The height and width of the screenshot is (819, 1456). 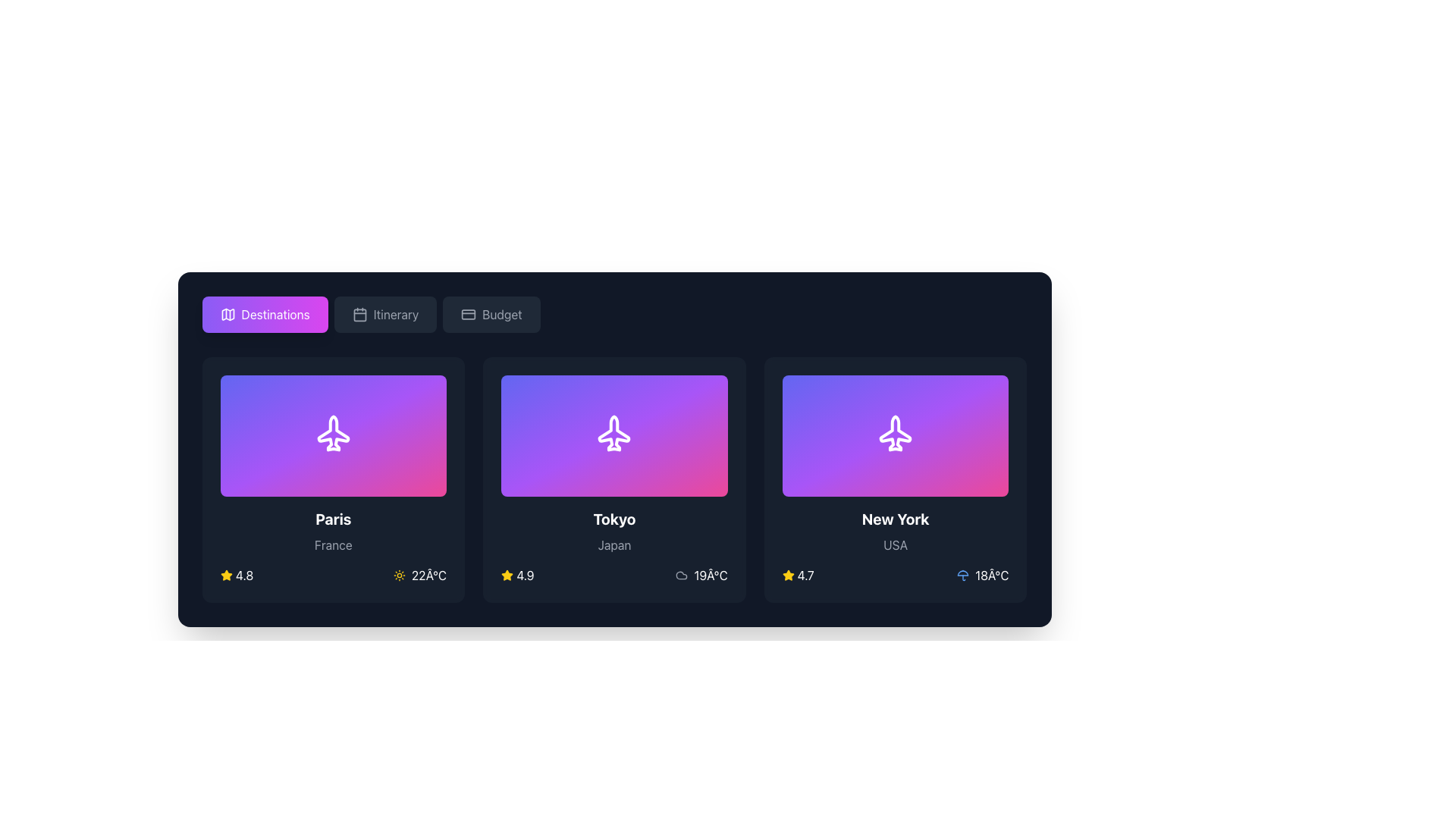 I want to click on the text label displaying 'New York' in bold white font, which is prominently positioned in the third card of a grid layout, so click(x=896, y=519).